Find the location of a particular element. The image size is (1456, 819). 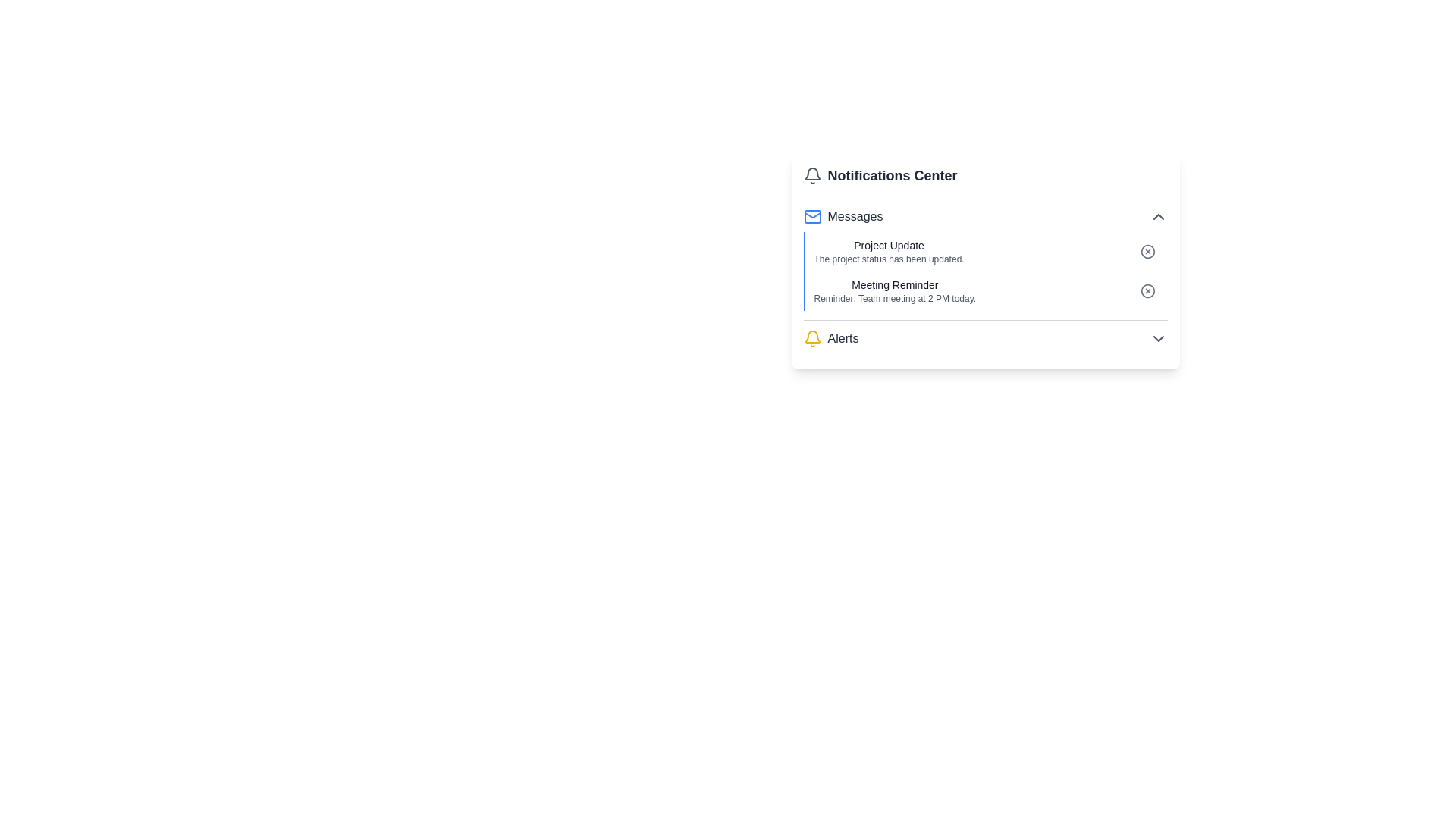

the gray bell icon that indicates notifications, located to the left of the 'Notifications Center' title in the header section is located at coordinates (811, 174).